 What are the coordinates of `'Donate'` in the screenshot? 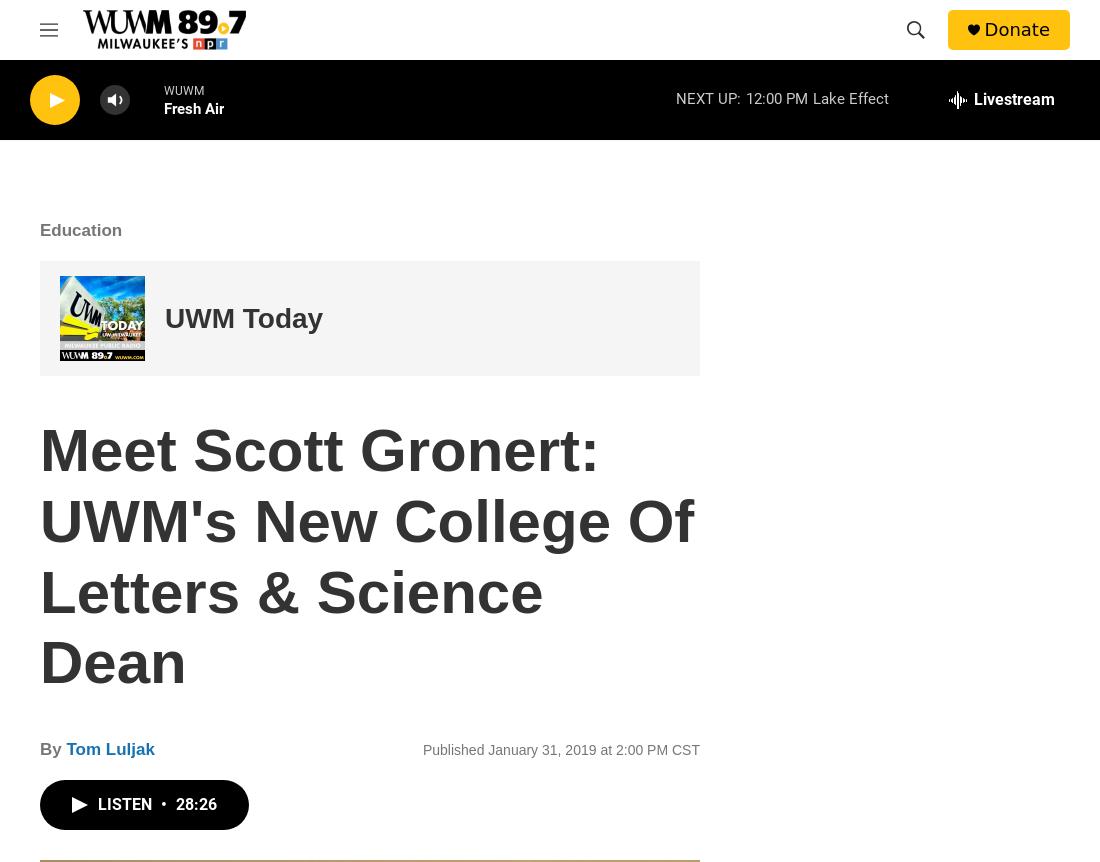 It's located at (1015, 28).